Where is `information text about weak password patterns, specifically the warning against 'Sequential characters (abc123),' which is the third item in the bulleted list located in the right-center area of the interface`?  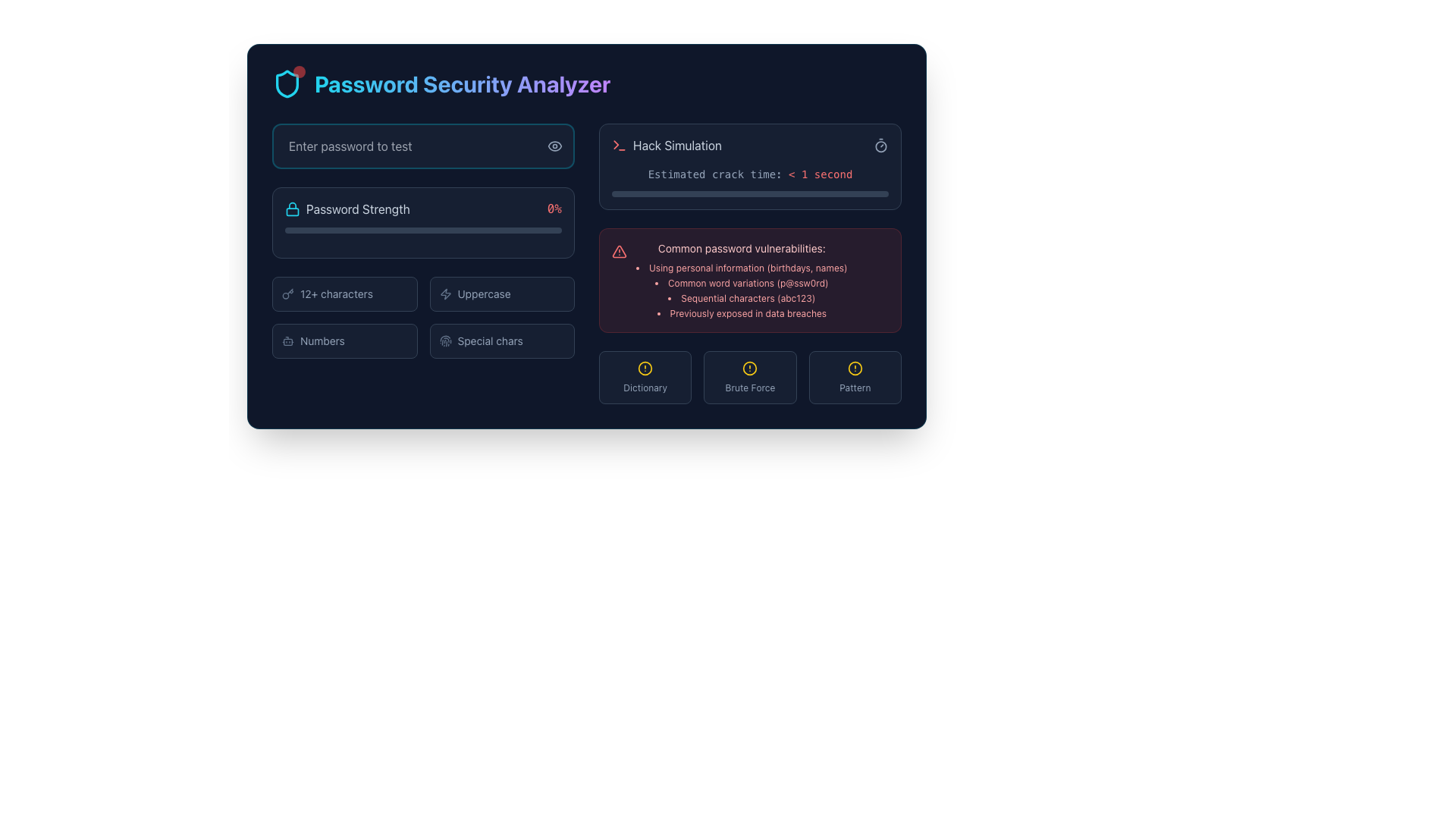
information text about weak password patterns, specifically the warning against 'Sequential characters (abc123),' which is the third item in the bulleted list located in the right-center area of the interface is located at coordinates (742, 298).